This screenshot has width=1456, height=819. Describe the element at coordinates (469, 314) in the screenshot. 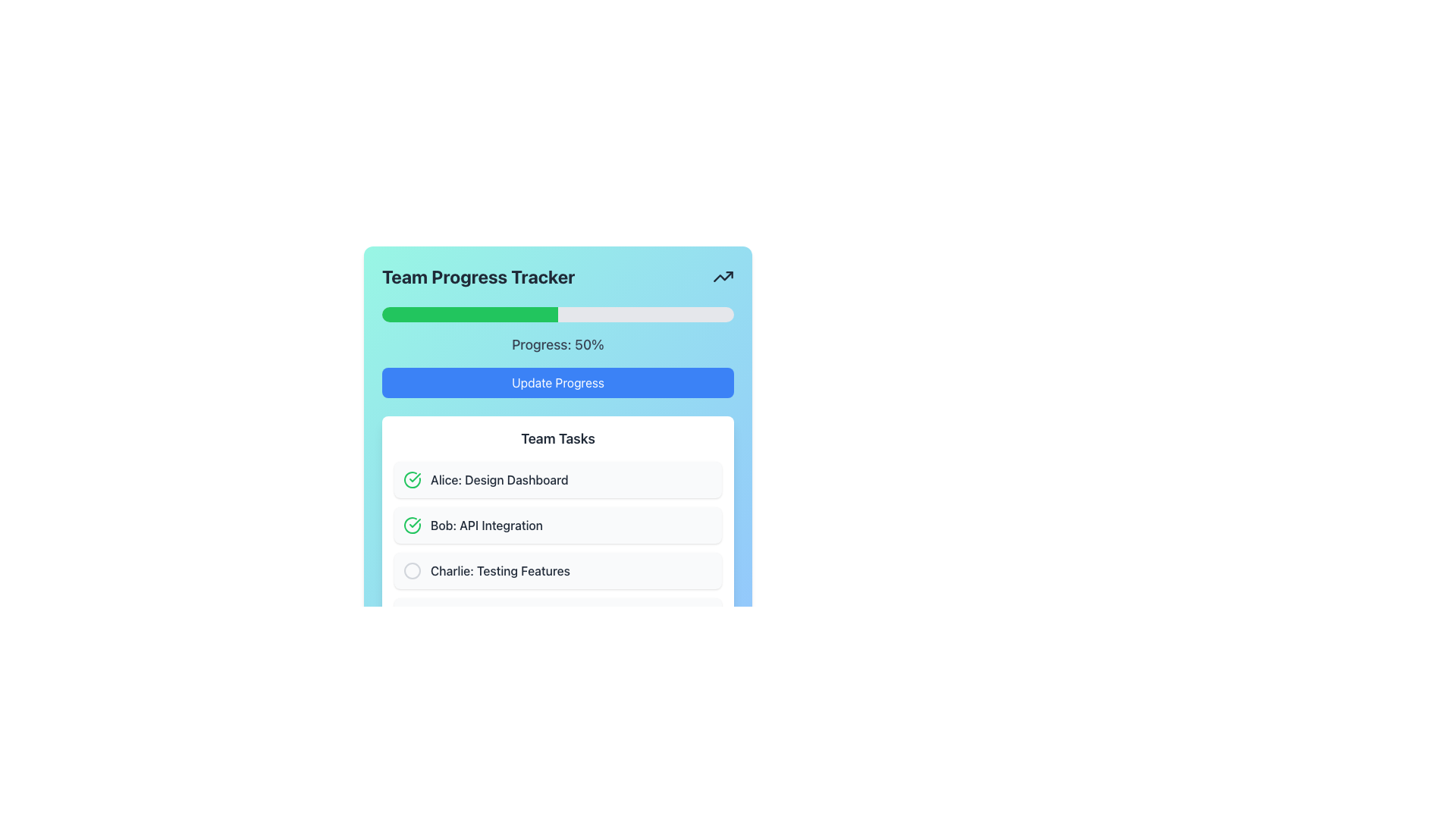

I see `the horizontal green Progress Indicator that is centered within the gray progress bar, located below the 'Team Progress Tracker' title and above the 'Progress: 50%' label` at that location.